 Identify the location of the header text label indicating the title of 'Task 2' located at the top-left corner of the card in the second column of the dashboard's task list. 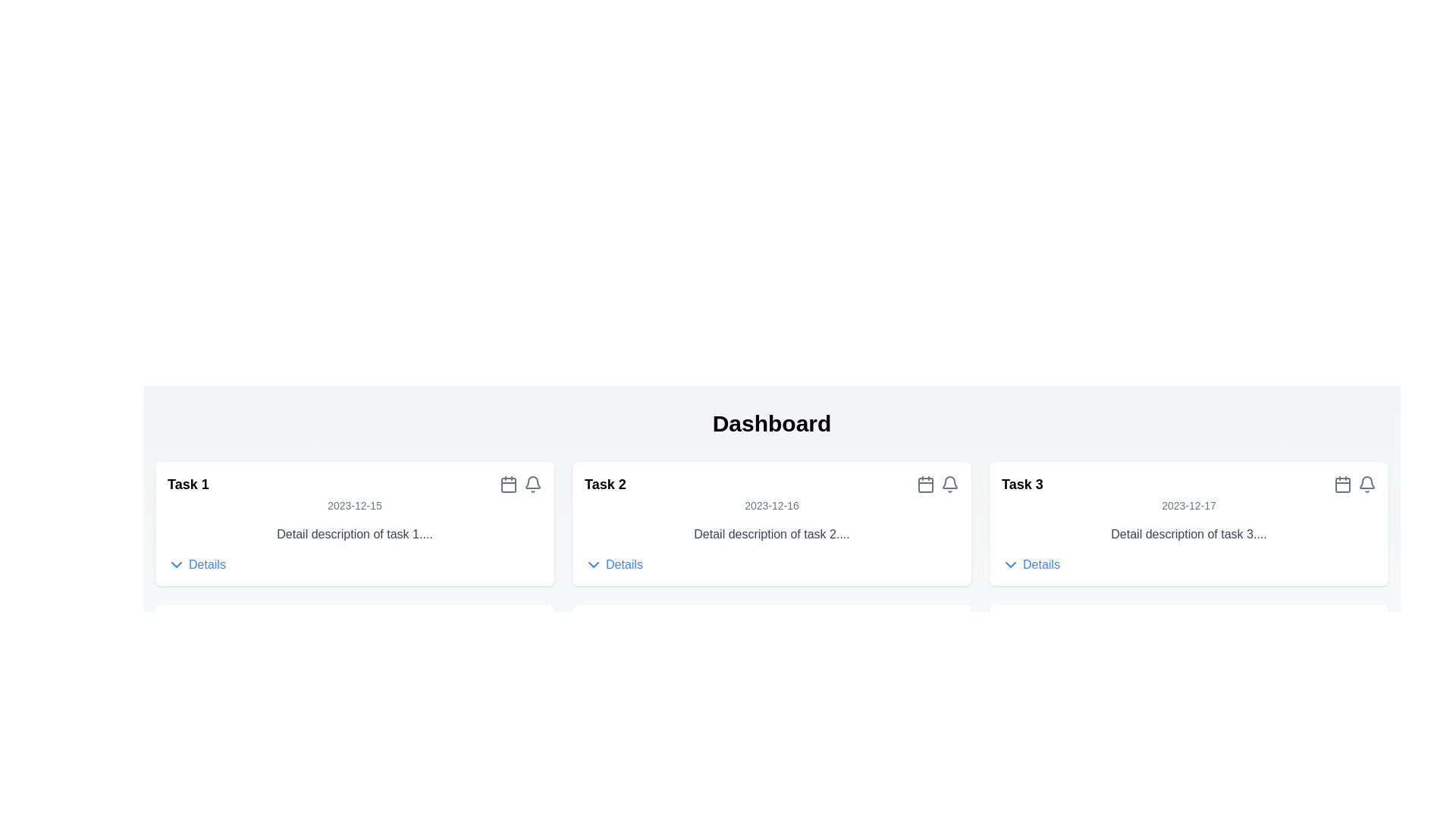
(604, 485).